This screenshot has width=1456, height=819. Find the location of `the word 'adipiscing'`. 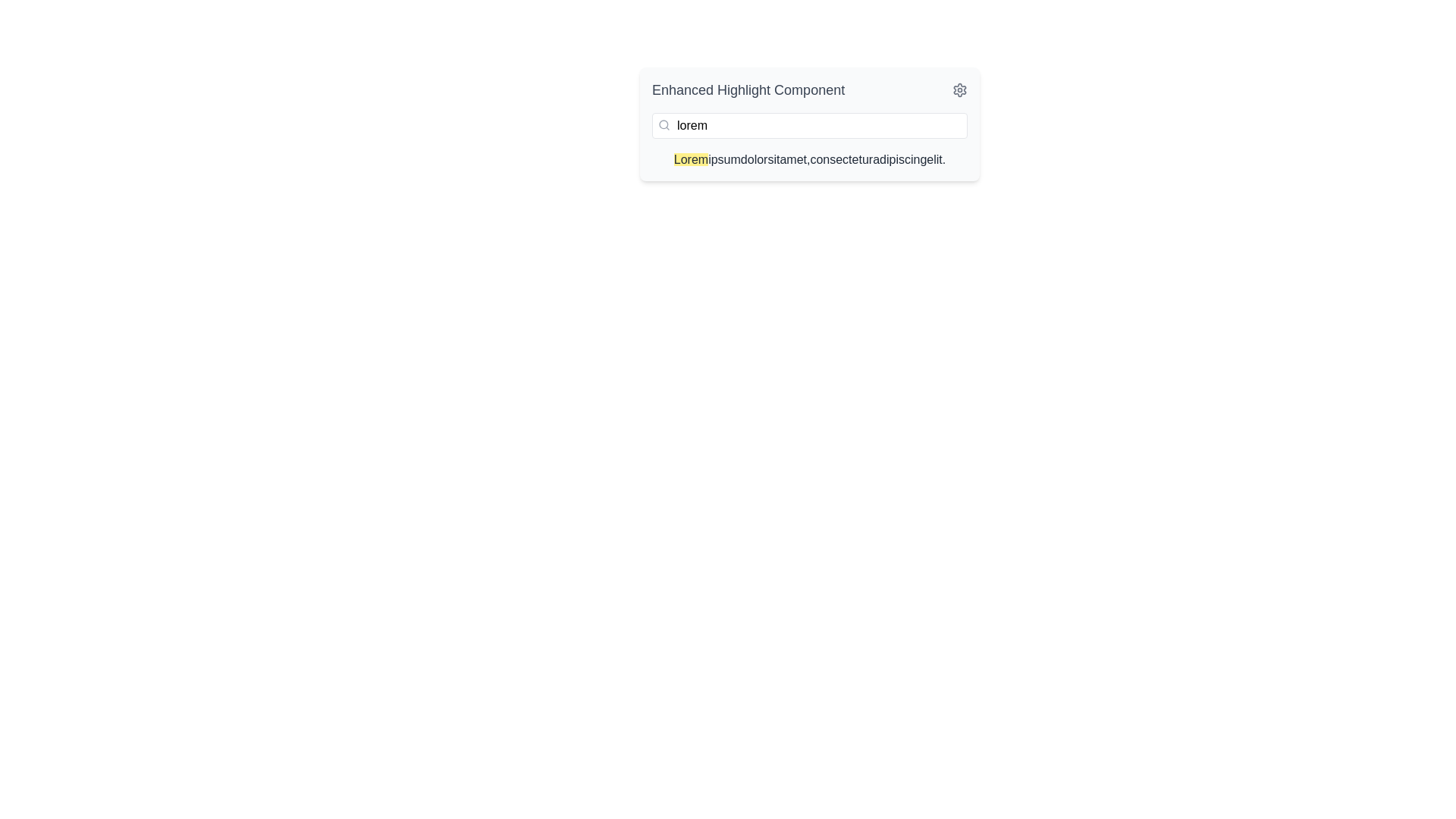

the word 'adipiscing' is located at coordinates (899, 159).